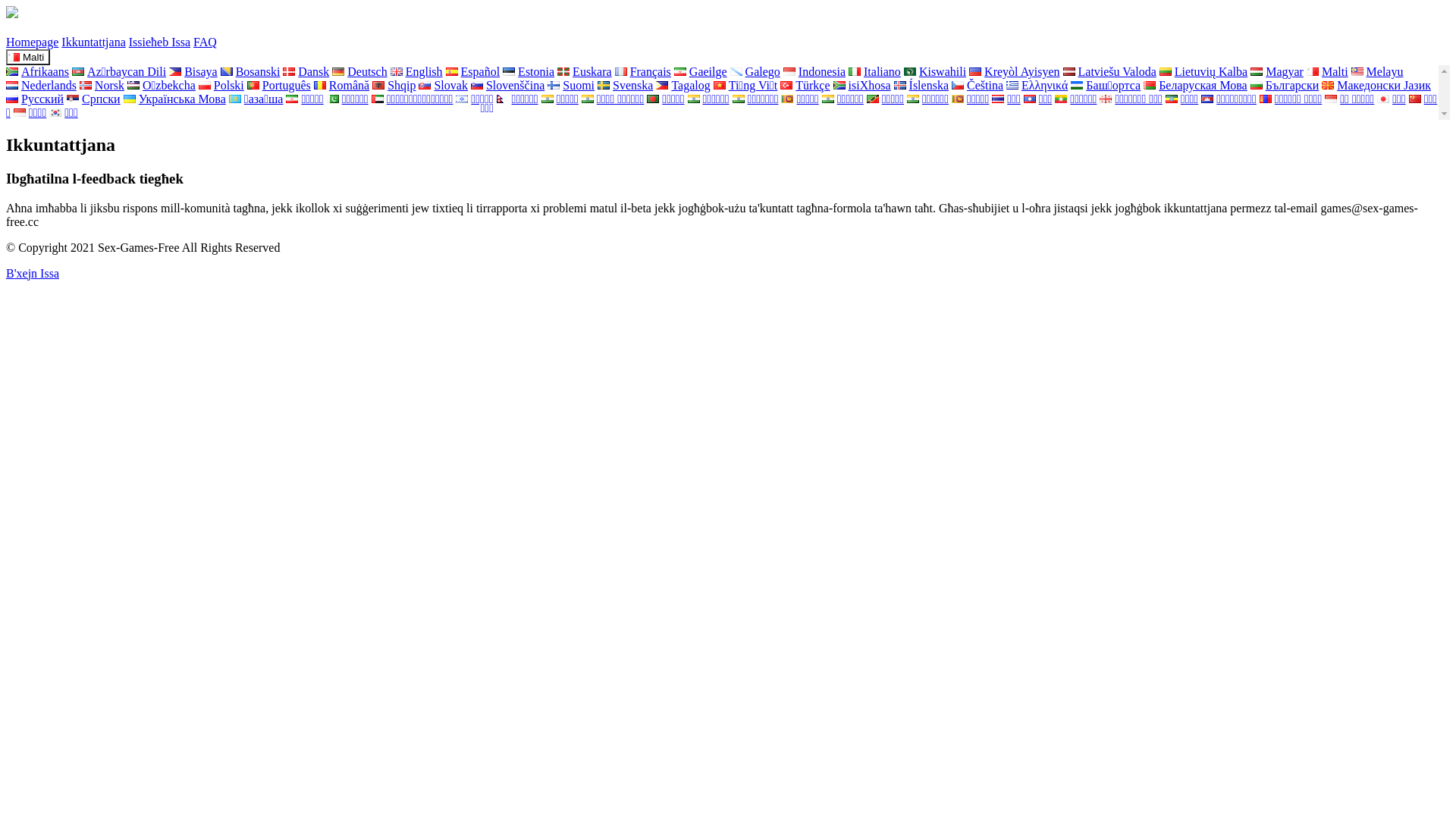 The width and height of the screenshot is (1456, 819). What do you see at coordinates (204, 41) in the screenshot?
I see `'FAQ'` at bounding box center [204, 41].